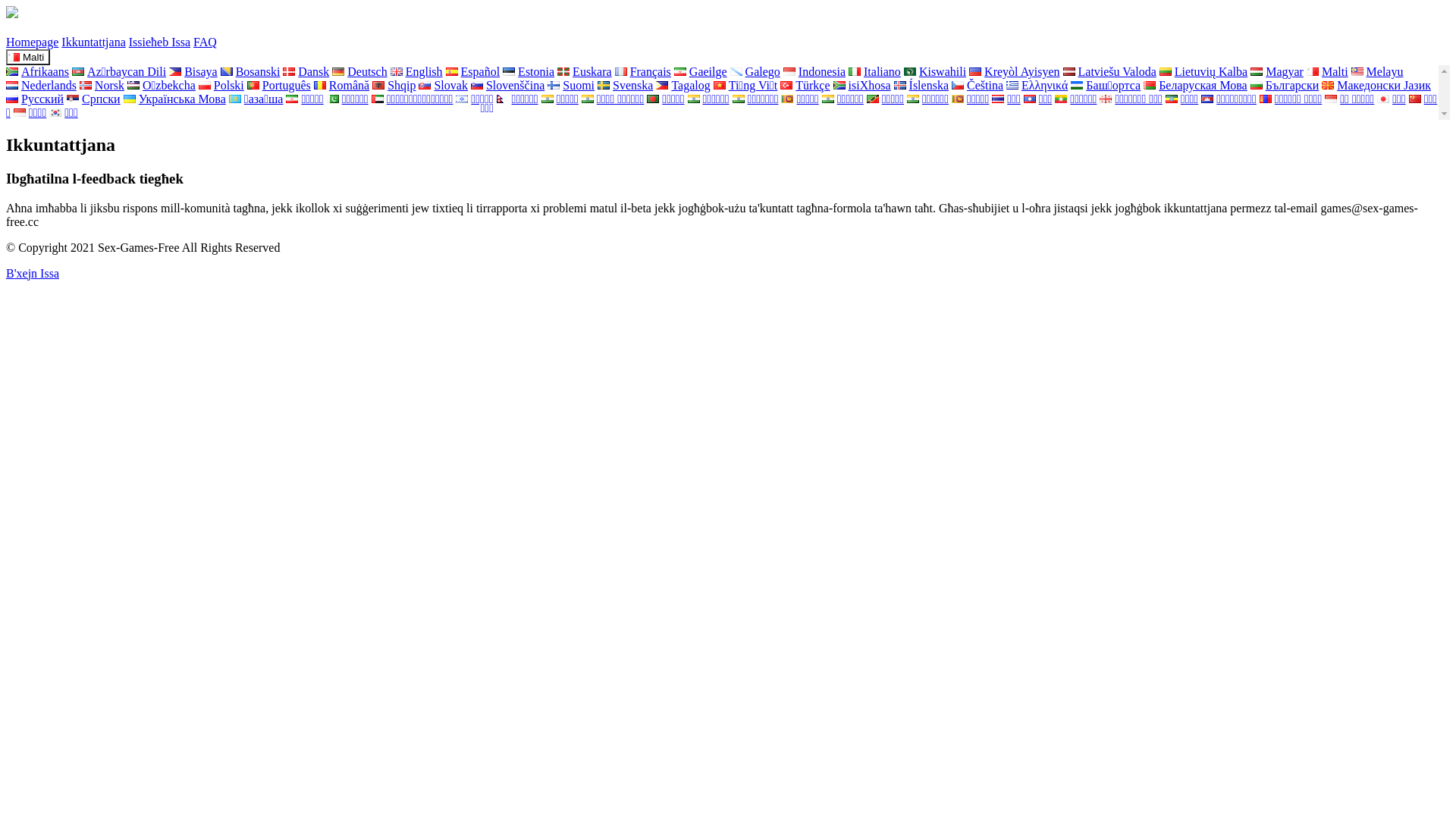 The width and height of the screenshot is (1456, 819). What do you see at coordinates (204, 41) in the screenshot?
I see `'FAQ'` at bounding box center [204, 41].